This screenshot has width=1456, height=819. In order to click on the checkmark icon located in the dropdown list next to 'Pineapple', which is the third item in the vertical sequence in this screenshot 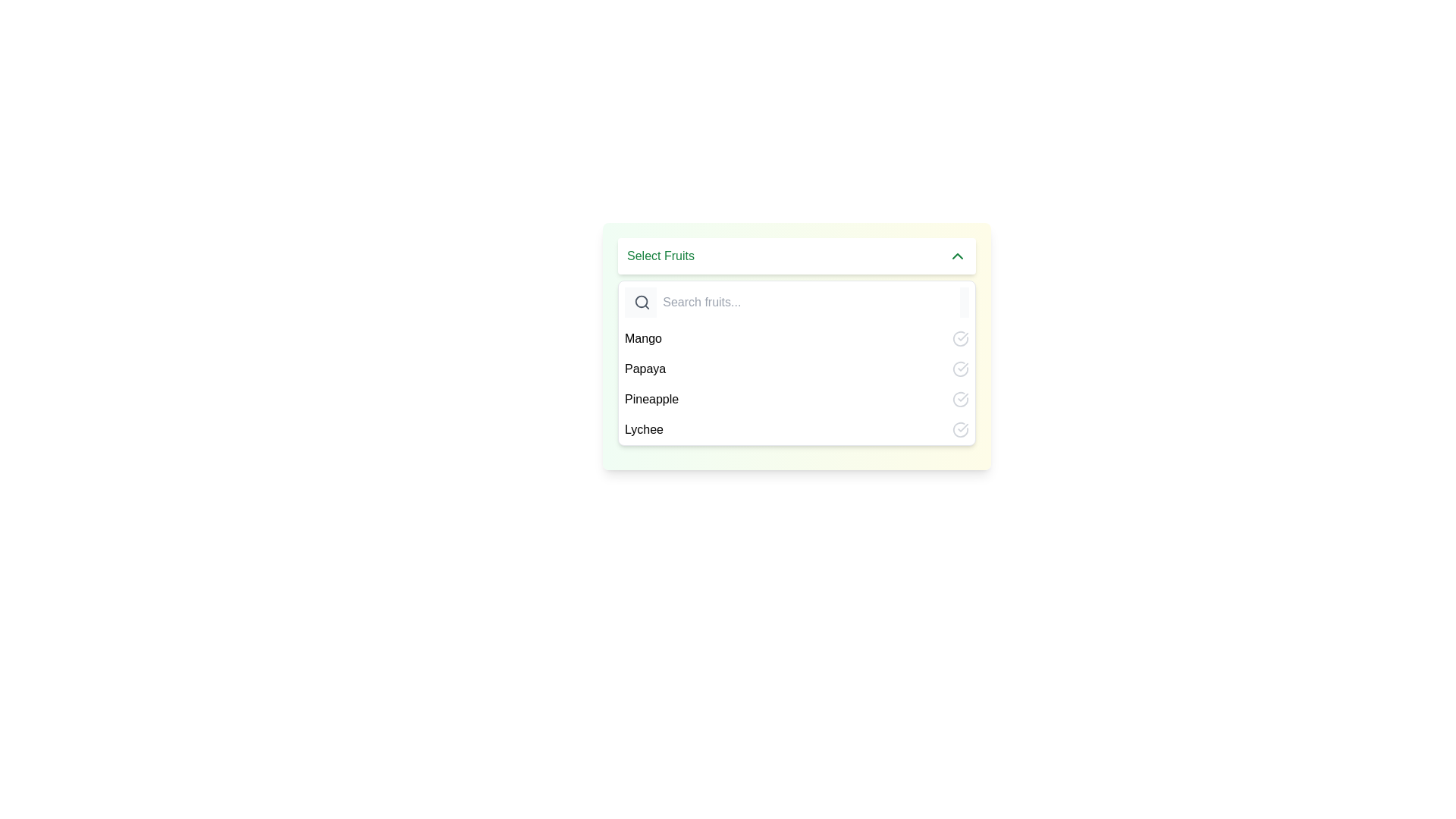, I will do `click(962, 397)`.